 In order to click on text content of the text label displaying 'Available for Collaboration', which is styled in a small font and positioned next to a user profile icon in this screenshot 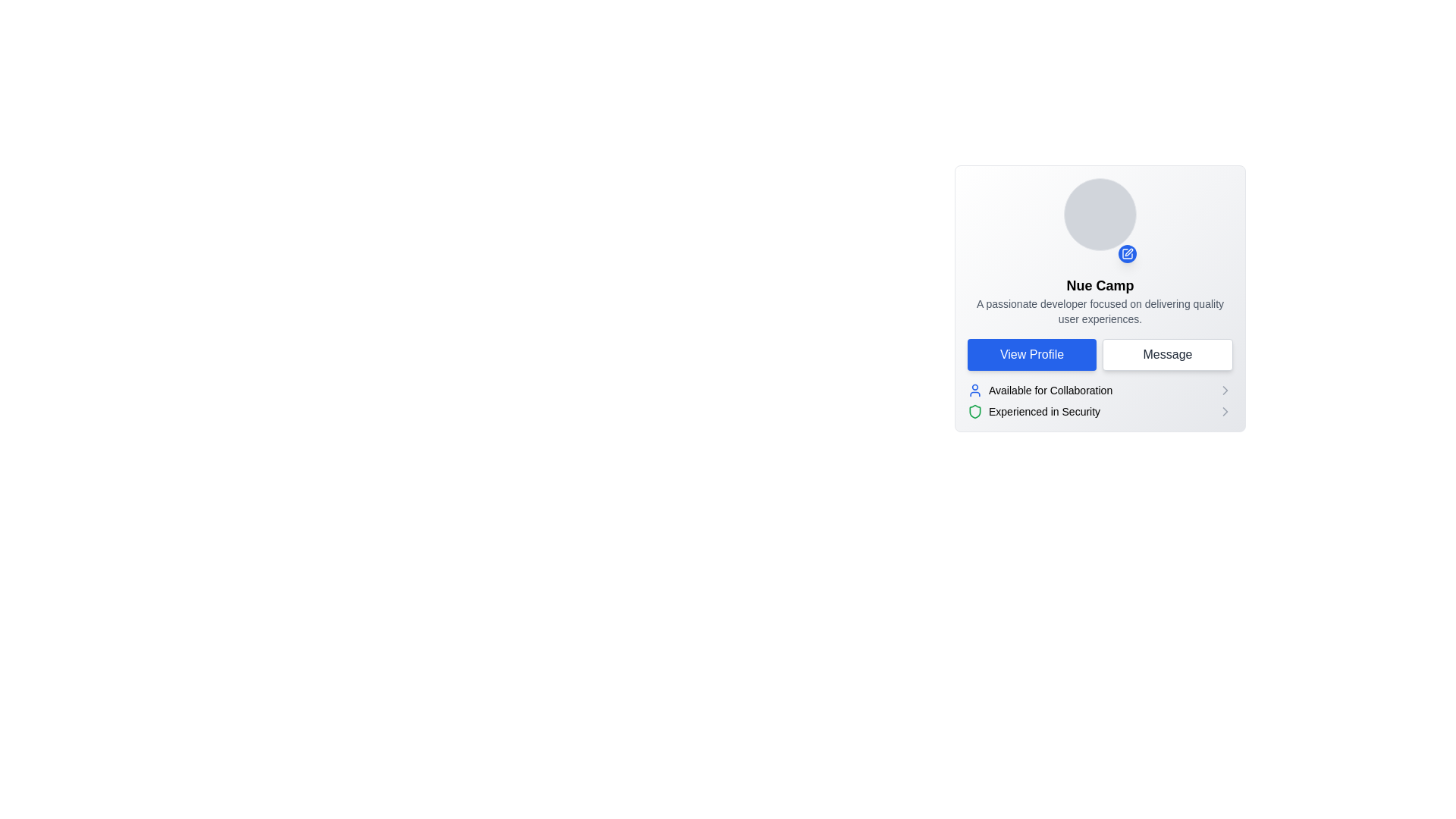, I will do `click(1050, 390)`.